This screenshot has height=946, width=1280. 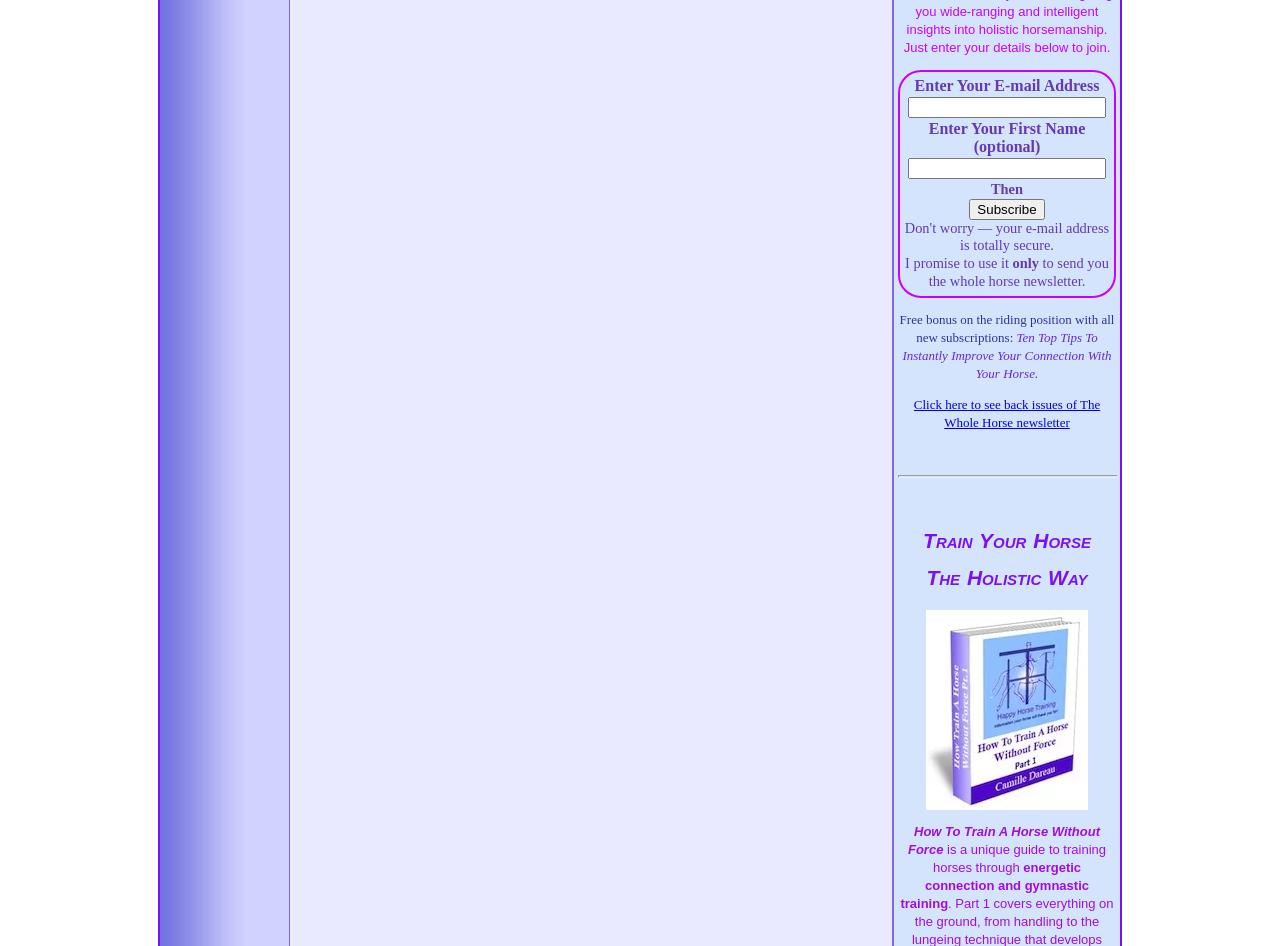 What do you see at coordinates (1006, 411) in the screenshot?
I see `'Click here to see back issues of The Whole Horse newsletter'` at bounding box center [1006, 411].